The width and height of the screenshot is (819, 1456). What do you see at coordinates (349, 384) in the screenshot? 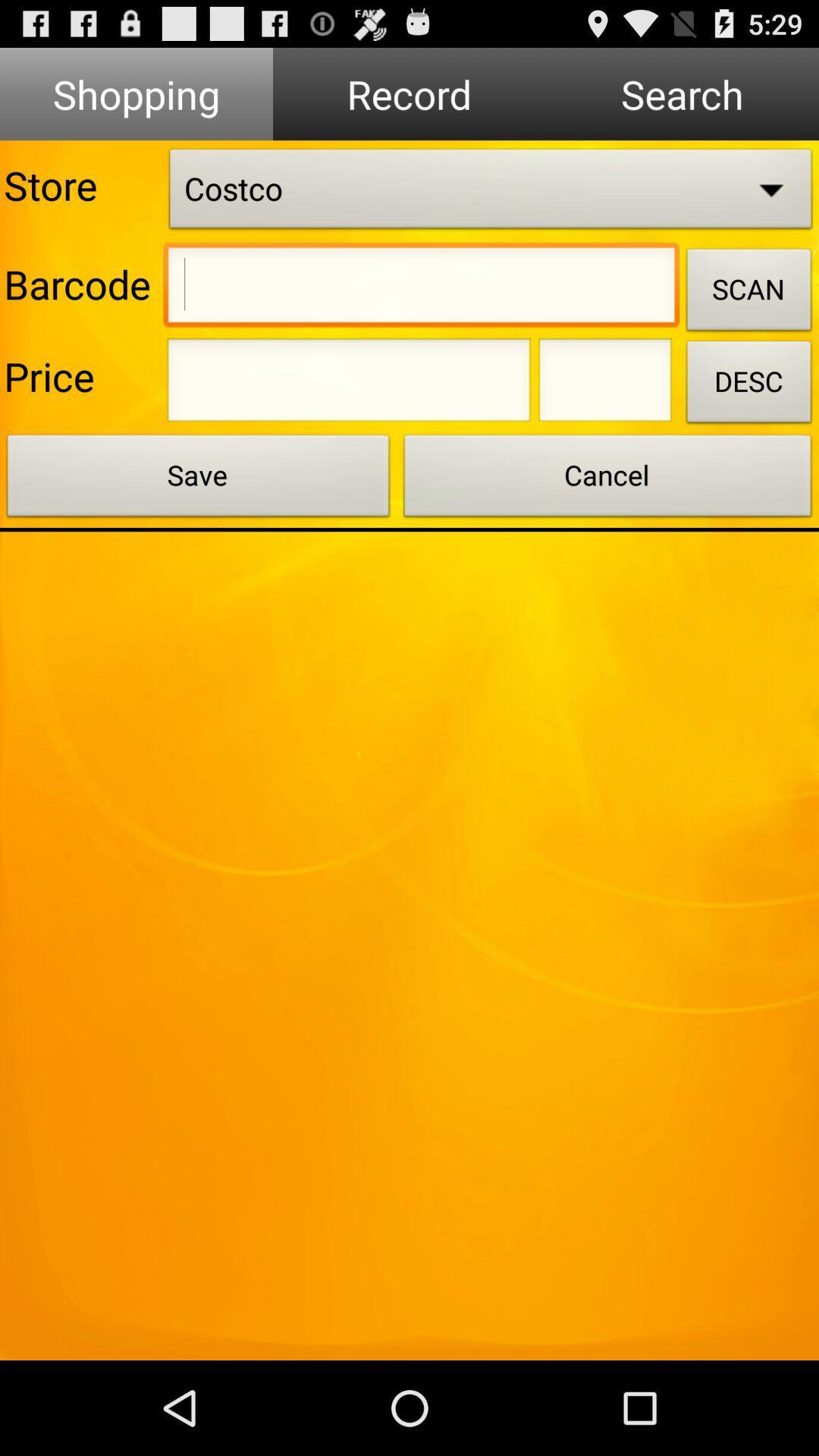
I see `value for product` at bounding box center [349, 384].